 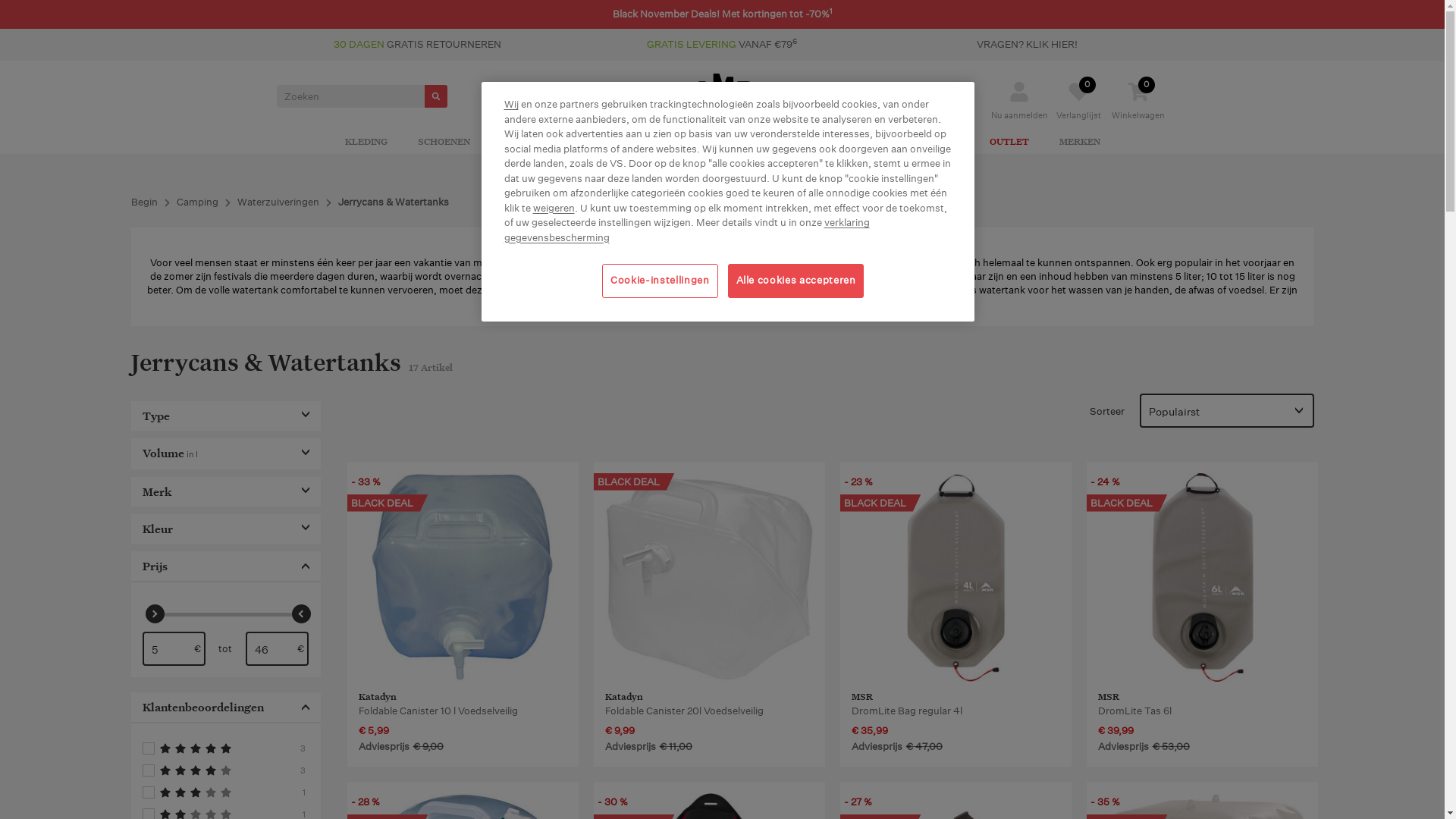 What do you see at coordinates (760, 143) in the screenshot?
I see `'JOGGING'` at bounding box center [760, 143].